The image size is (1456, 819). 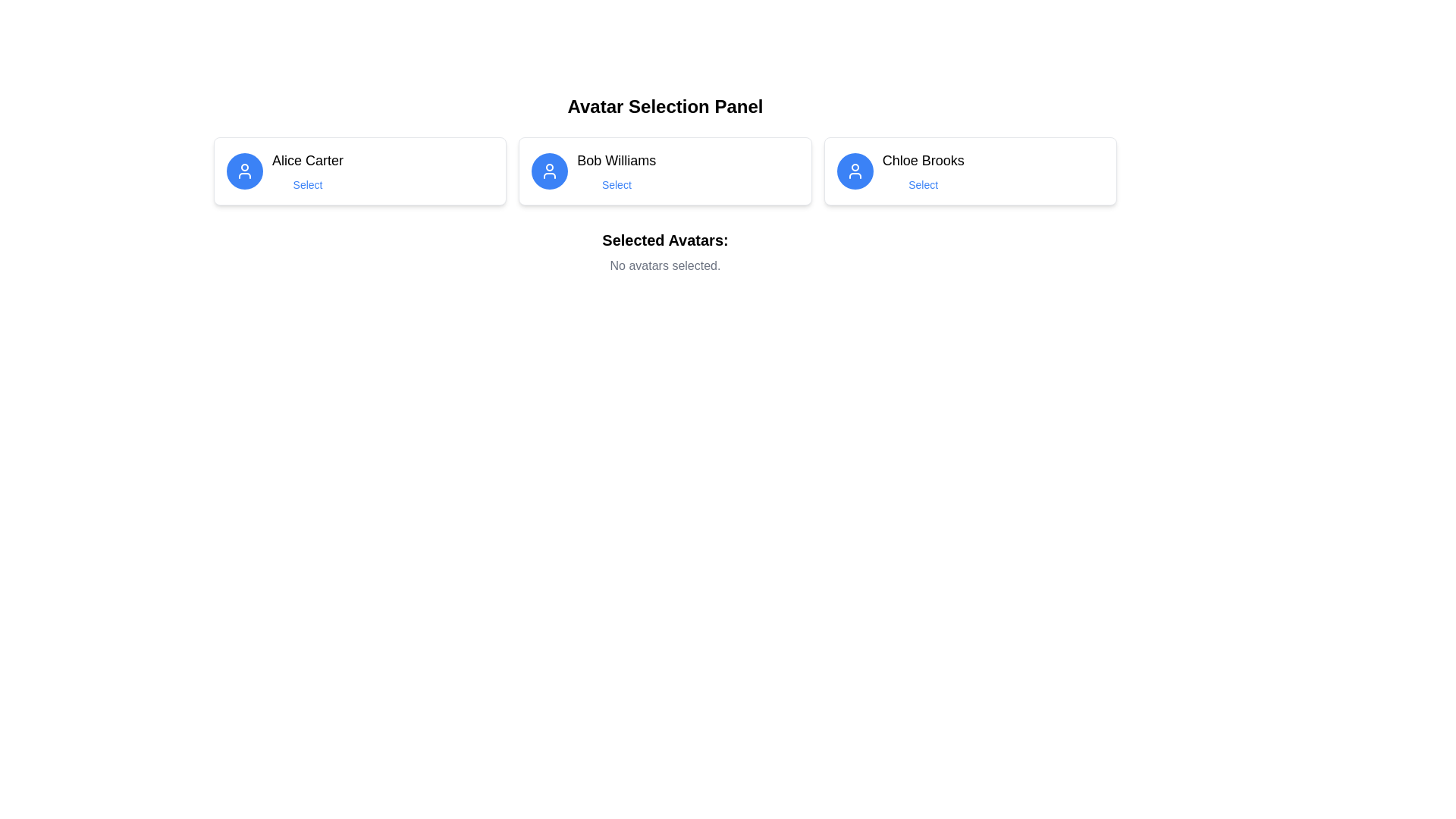 What do you see at coordinates (617, 161) in the screenshot?
I see `text content of the label displaying the name 'Bob Williams' located in the center panel above the blue 'Select' button` at bounding box center [617, 161].